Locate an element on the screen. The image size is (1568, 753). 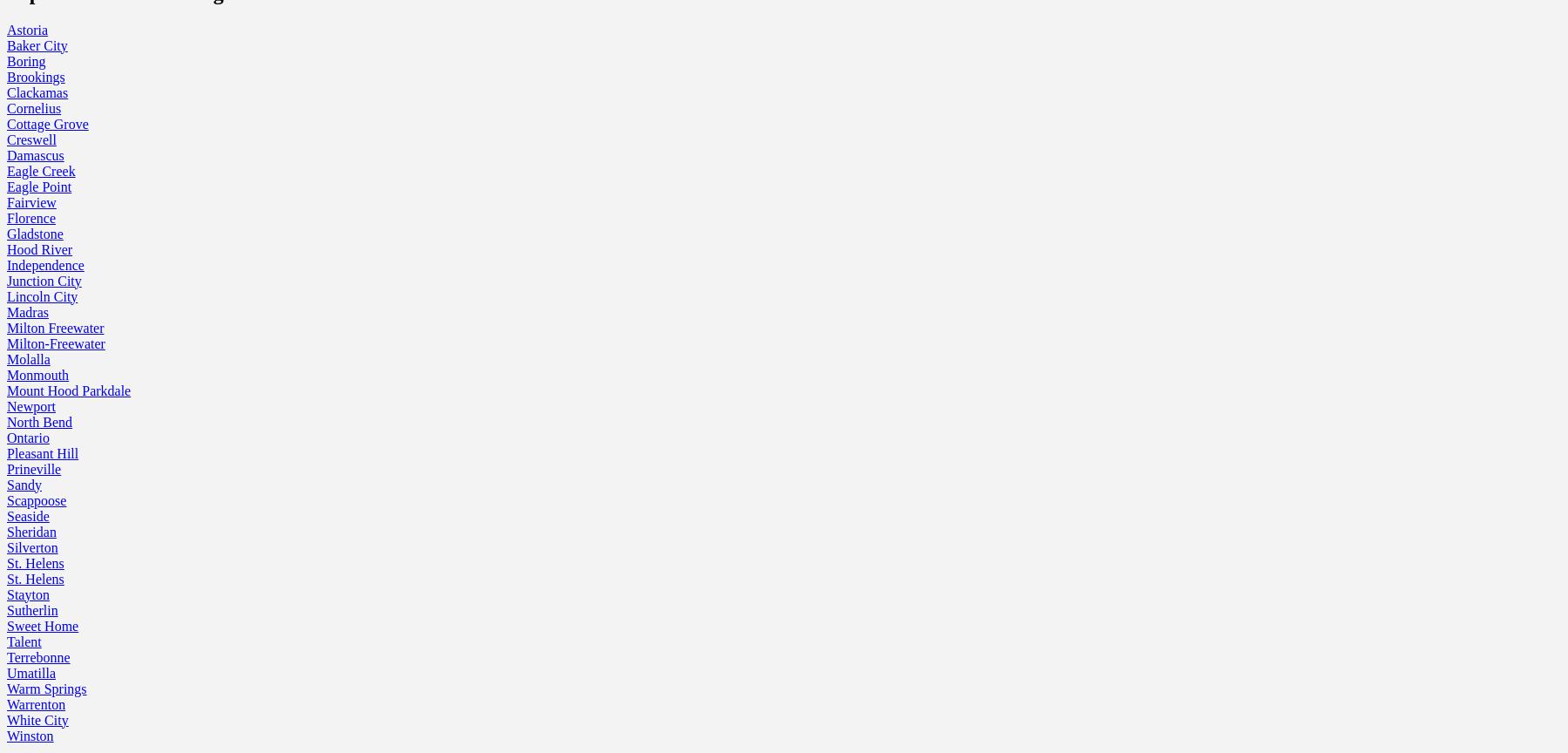
'Sweet Home' is located at coordinates (5, 625).